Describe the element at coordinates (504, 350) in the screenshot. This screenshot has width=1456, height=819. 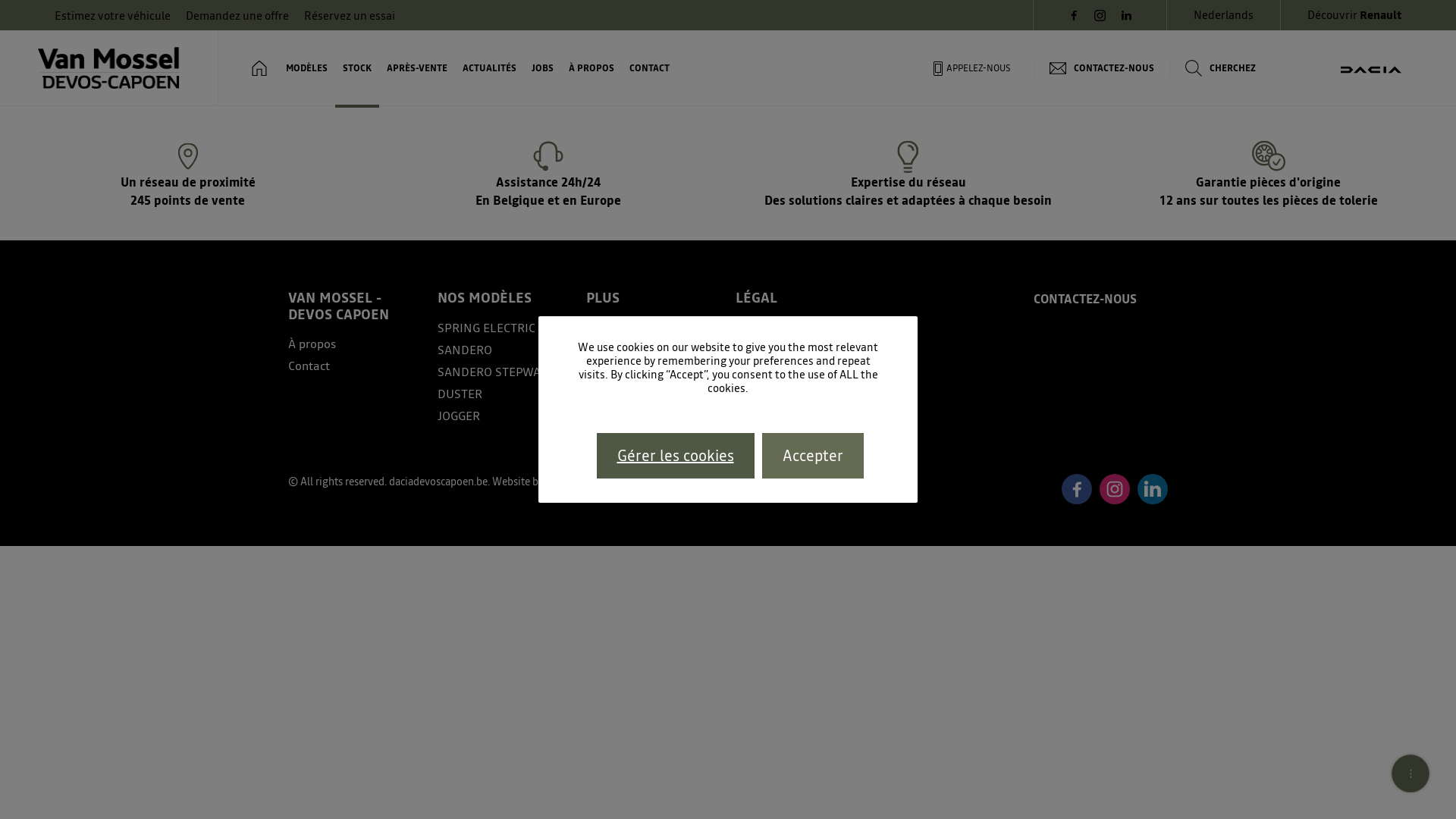
I see `'SANDERO'` at that location.